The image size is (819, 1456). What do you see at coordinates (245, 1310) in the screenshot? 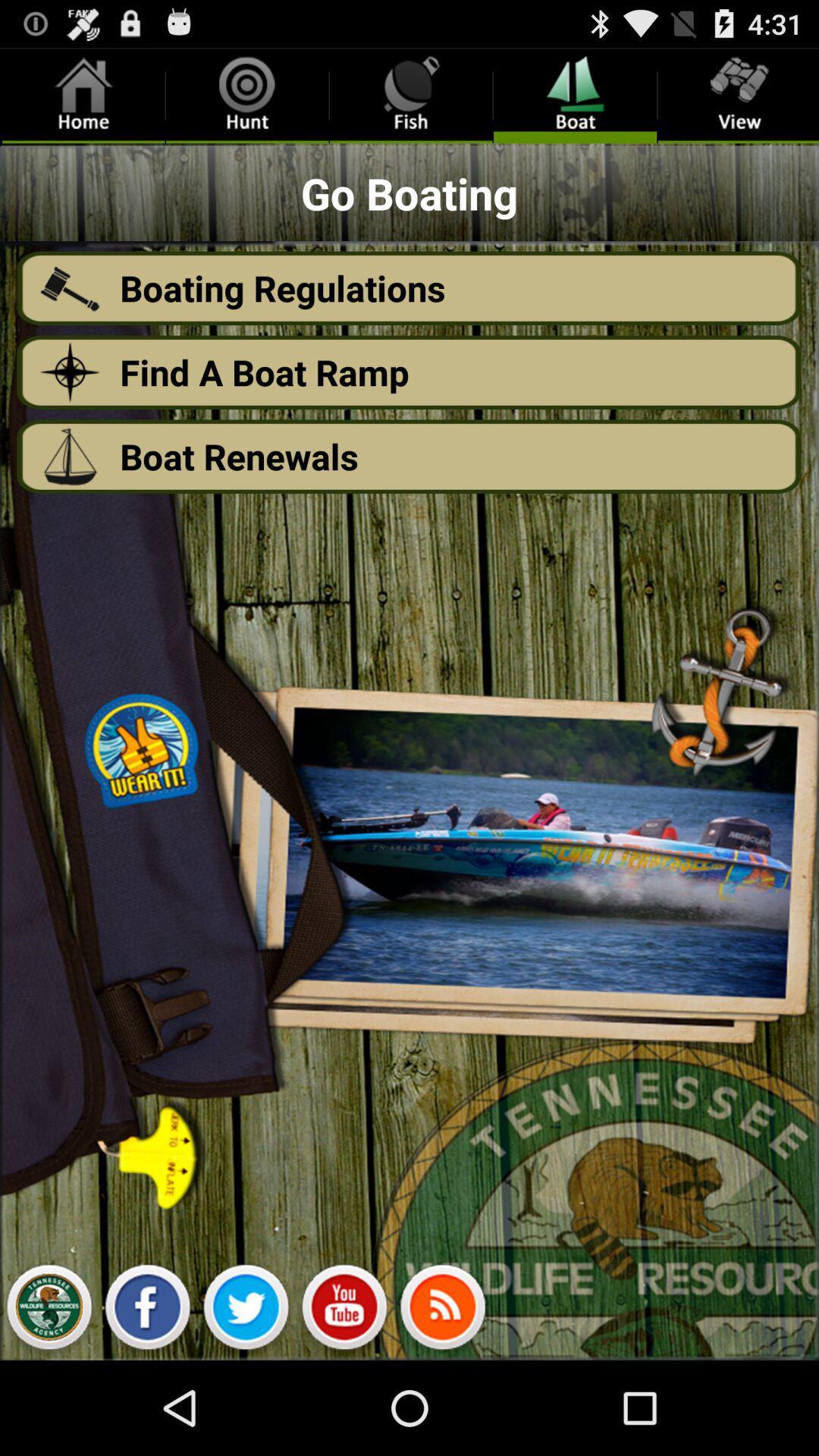
I see `twitter link` at bounding box center [245, 1310].